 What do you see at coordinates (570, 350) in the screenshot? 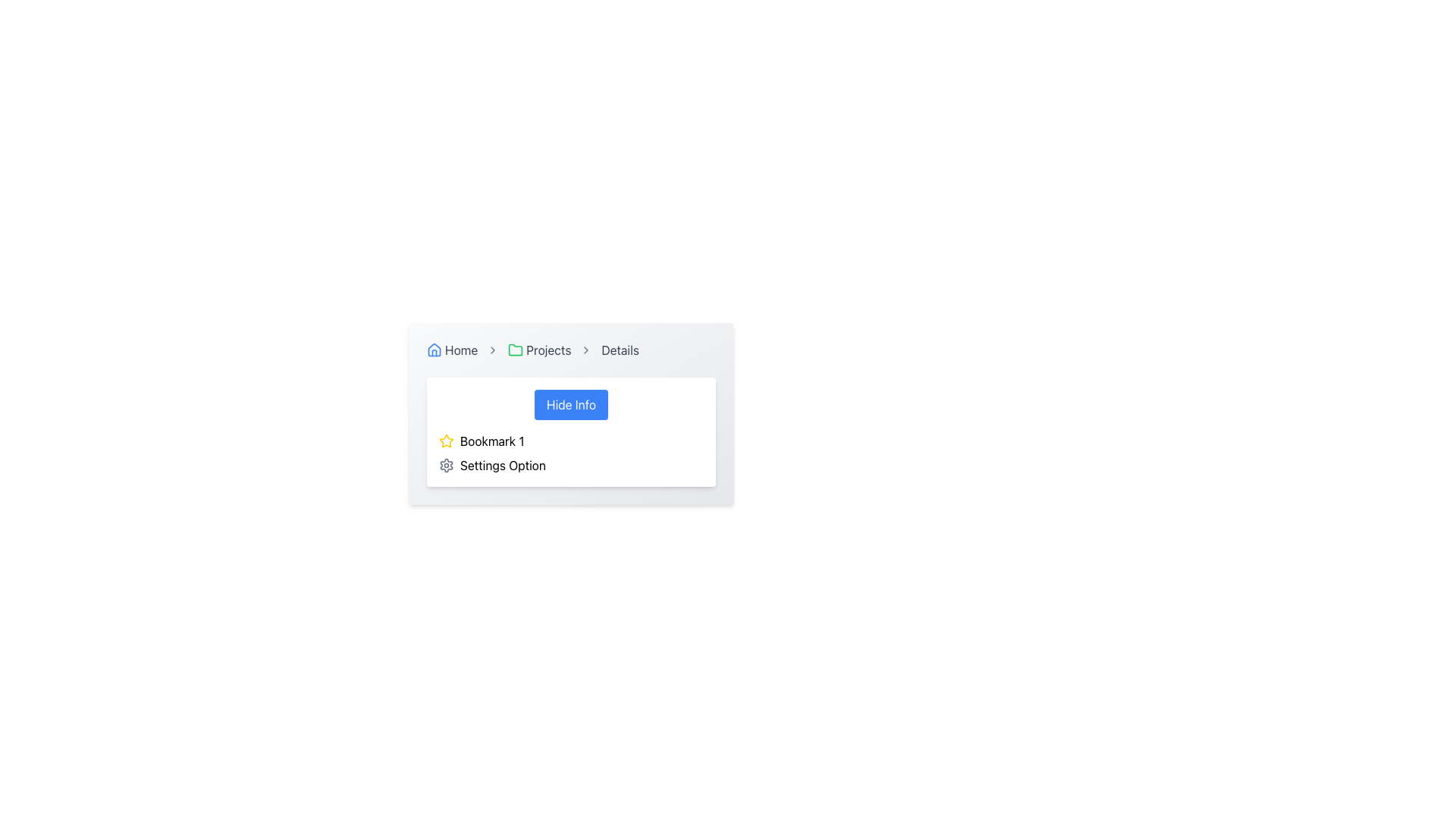
I see `the Breadcrumb Navigation component` at bounding box center [570, 350].